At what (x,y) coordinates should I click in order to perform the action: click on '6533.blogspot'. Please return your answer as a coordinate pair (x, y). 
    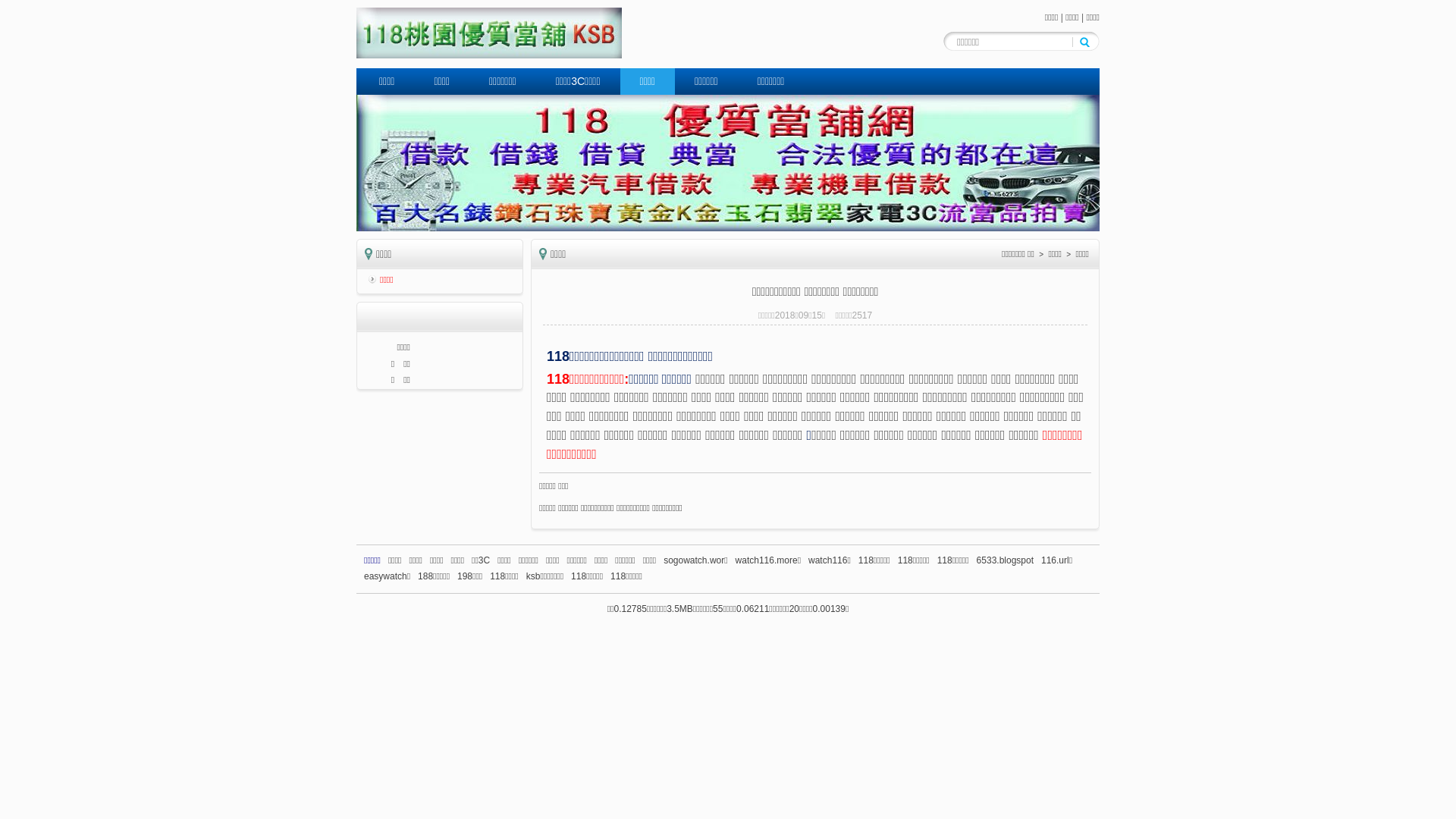
    Looking at the image, I should click on (1005, 560).